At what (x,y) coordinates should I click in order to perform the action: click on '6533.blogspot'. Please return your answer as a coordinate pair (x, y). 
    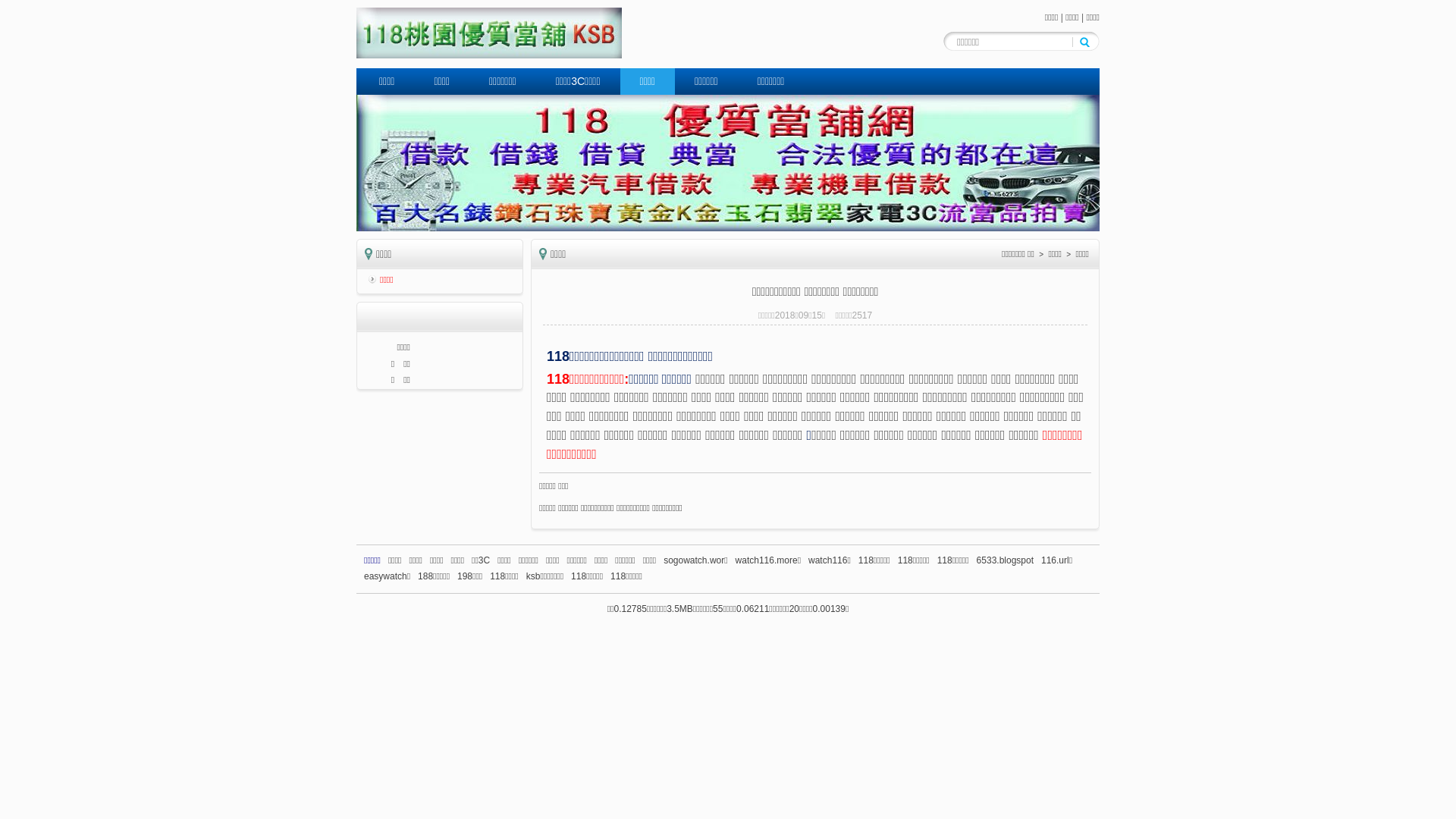
    Looking at the image, I should click on (1005, 560).